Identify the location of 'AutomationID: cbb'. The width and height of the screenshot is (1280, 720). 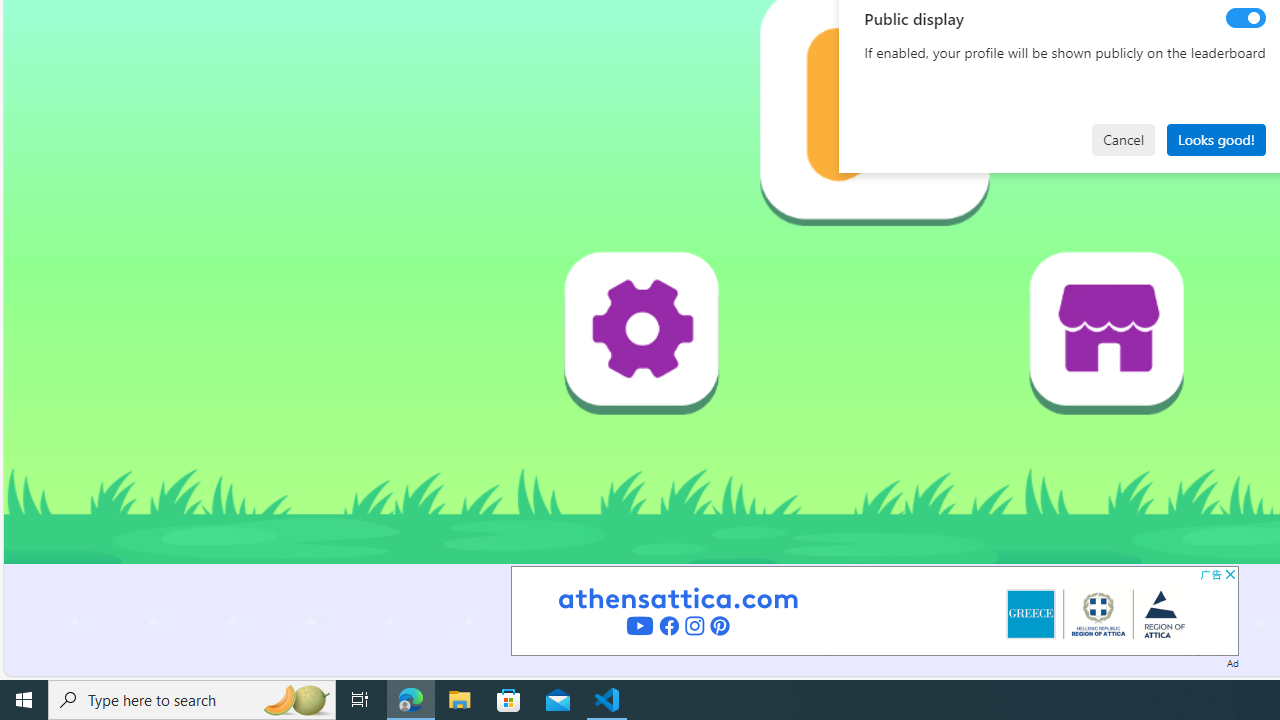
(1229, 574).